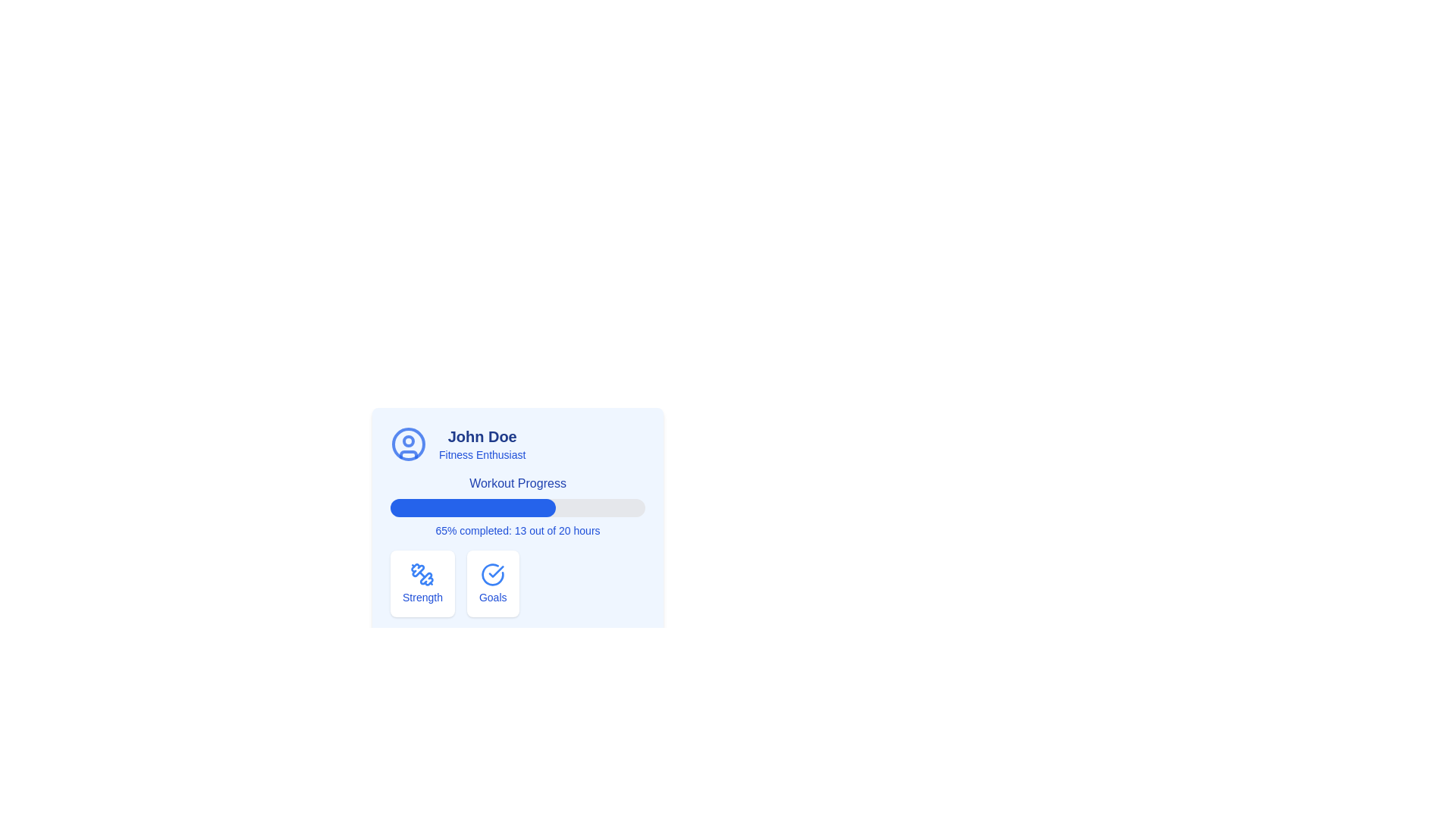  What do you see at coordinates (408, 441) in the screenshot?
I see `small circle element located within the user profile icon that represents the eye or face depiction, by performing a click action to trigger the DOM inspection` at bounding box center [408, 441].